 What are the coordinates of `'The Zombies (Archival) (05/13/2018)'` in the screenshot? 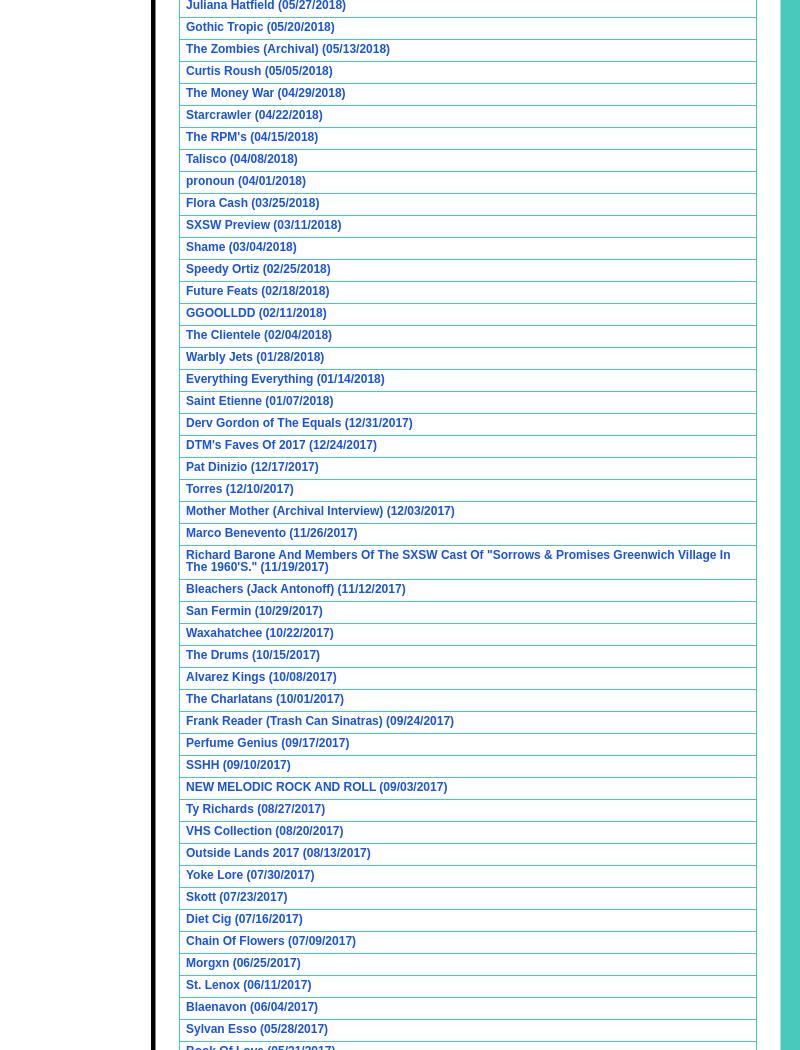 It's located at (288, 48).